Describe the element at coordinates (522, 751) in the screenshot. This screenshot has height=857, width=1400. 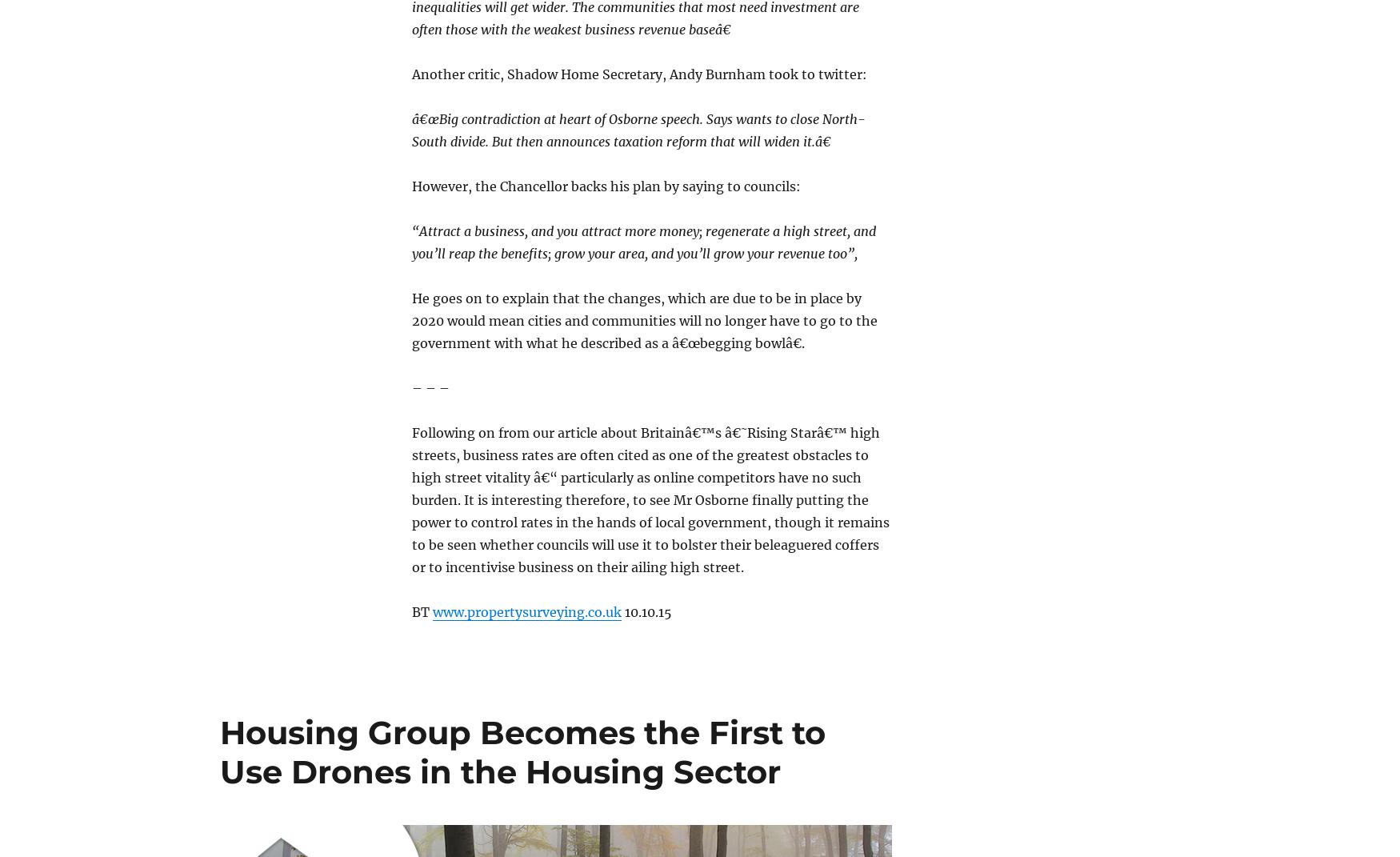
I see `'Housing Group Becomes the First to Use Drones in the Housing Sector'` at that location.